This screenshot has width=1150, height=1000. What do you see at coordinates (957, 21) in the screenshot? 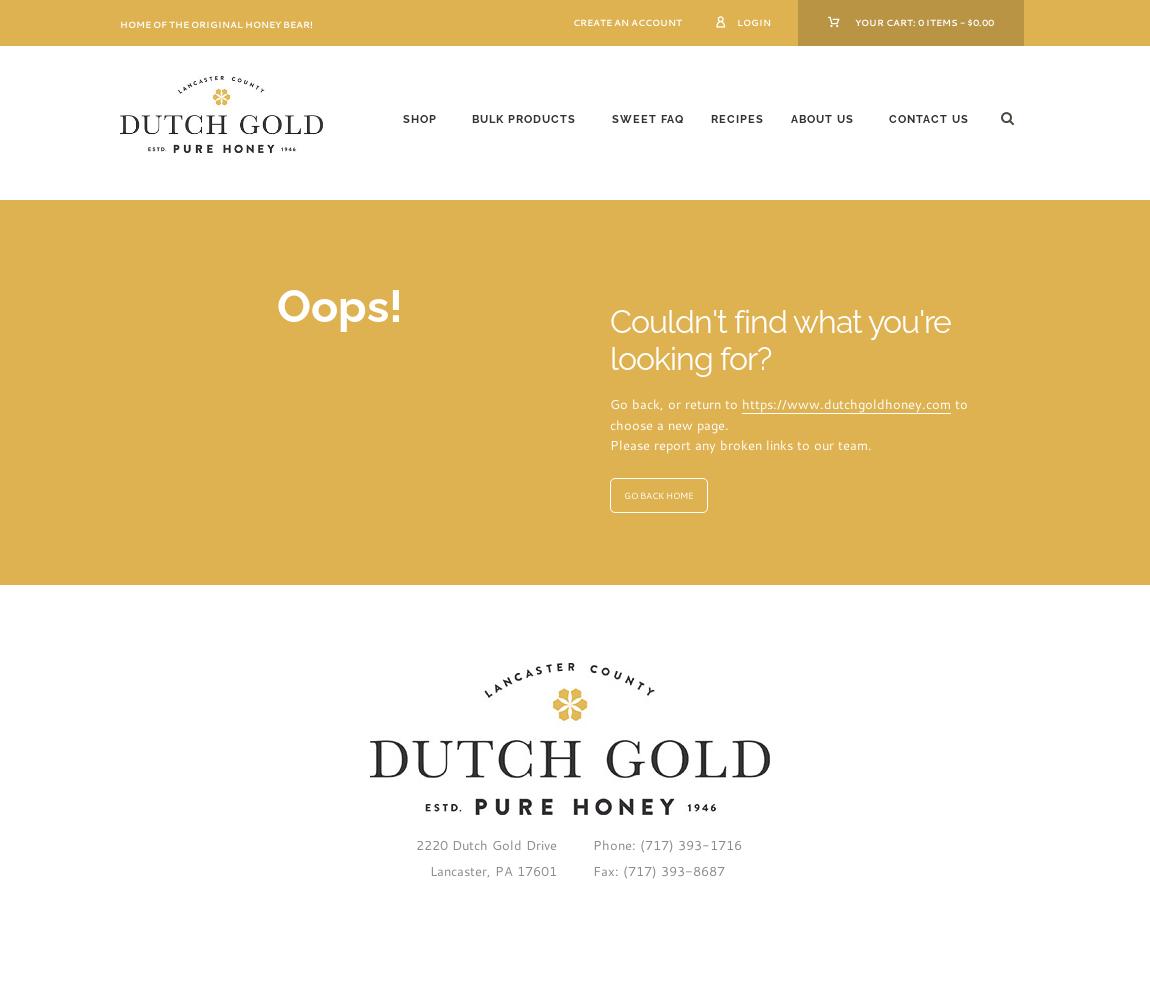
I see `'-'` at bounding box center [957, 21].